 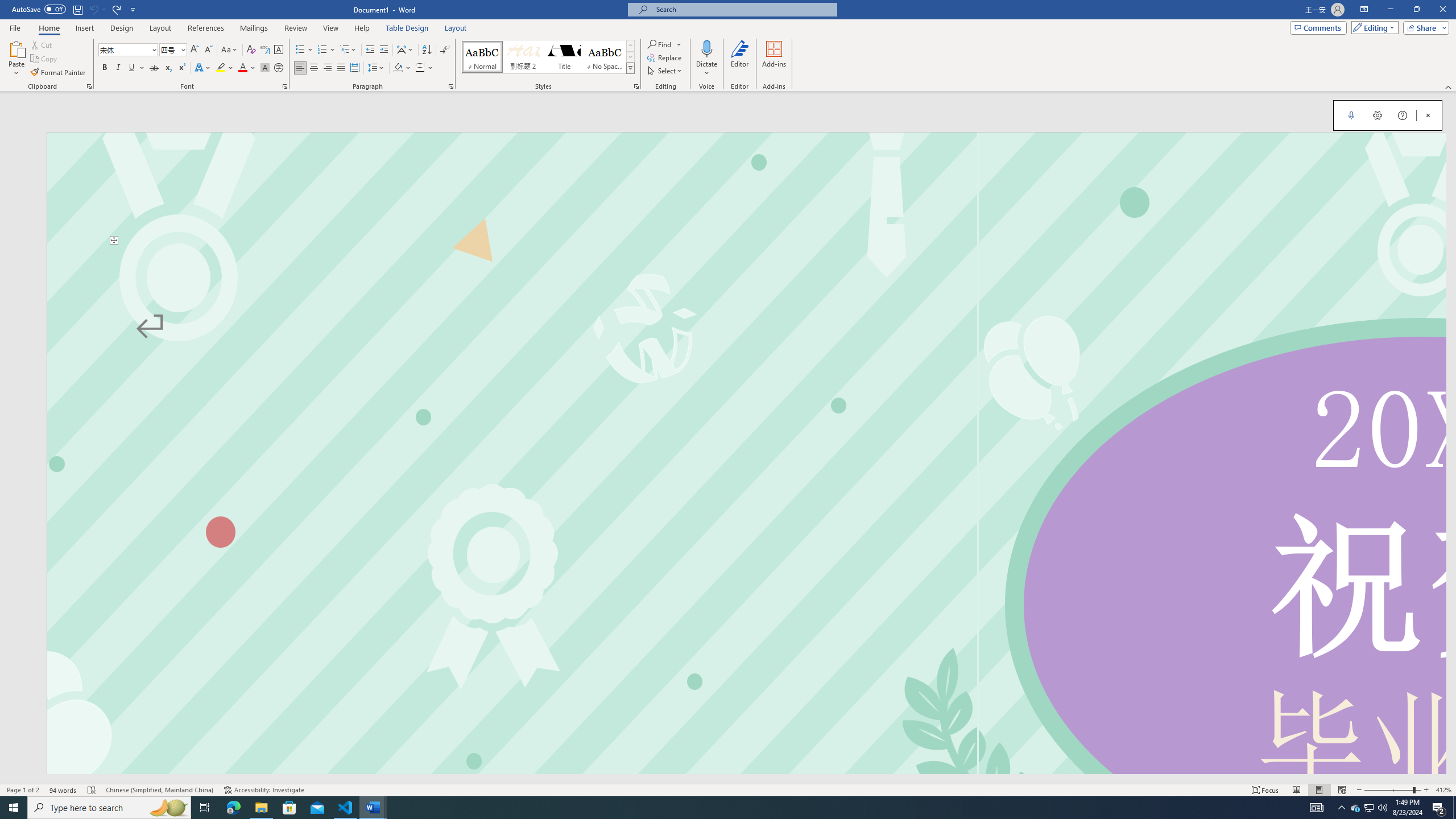 I want to click on 'System', so click(x=6, y=5).